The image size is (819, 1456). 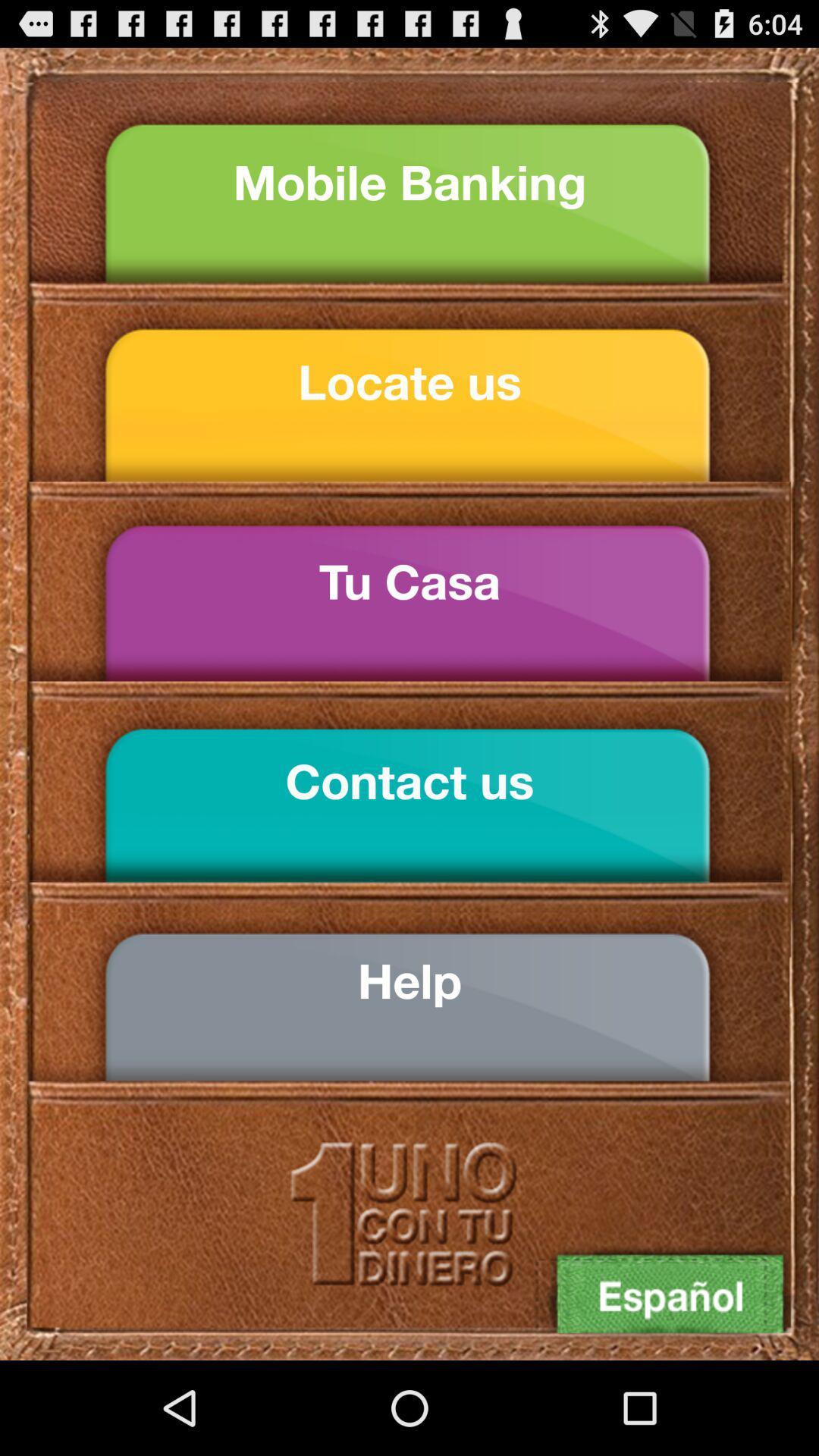 I want to click on tu casa item, so click(x=409, y=581).